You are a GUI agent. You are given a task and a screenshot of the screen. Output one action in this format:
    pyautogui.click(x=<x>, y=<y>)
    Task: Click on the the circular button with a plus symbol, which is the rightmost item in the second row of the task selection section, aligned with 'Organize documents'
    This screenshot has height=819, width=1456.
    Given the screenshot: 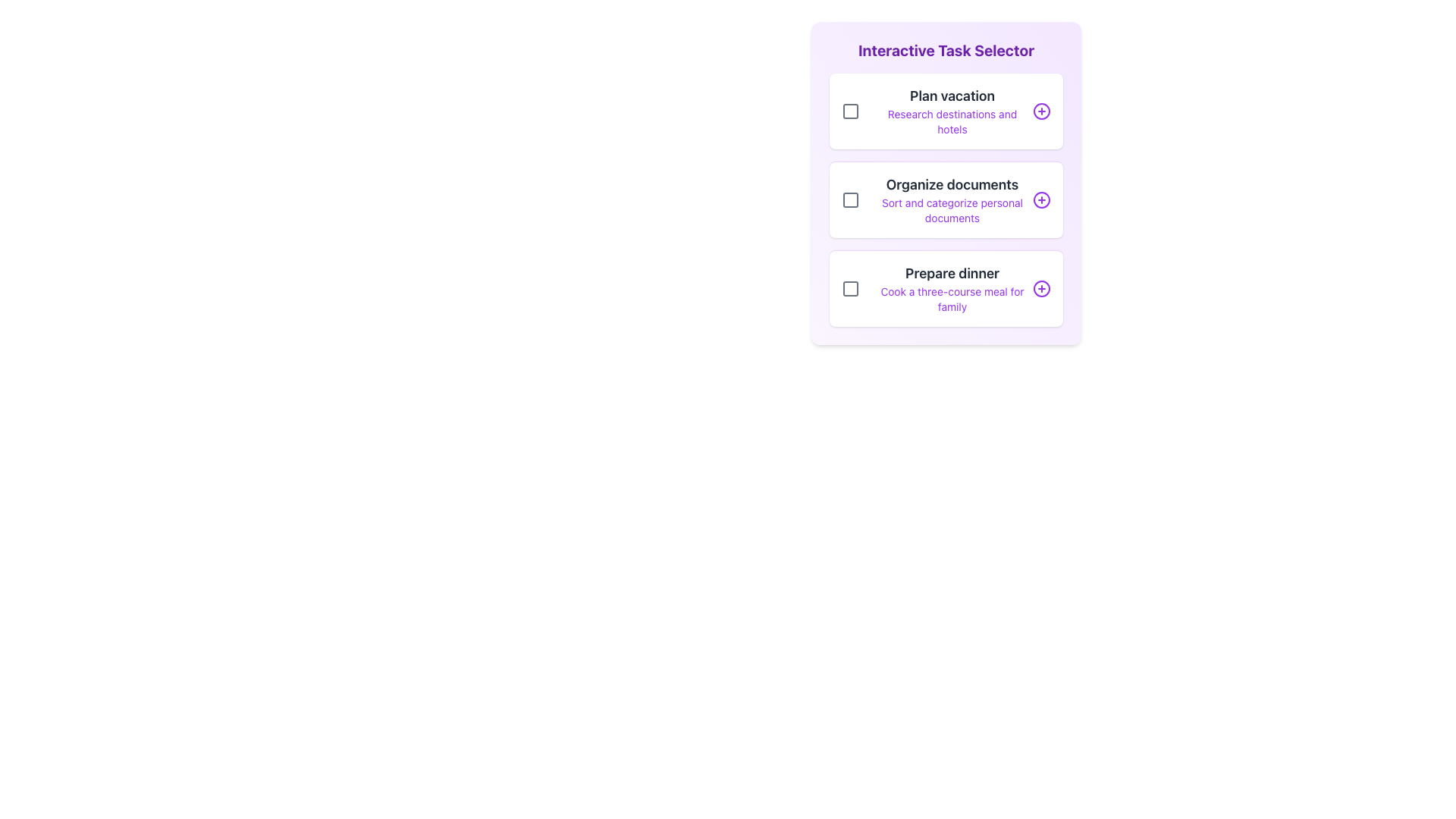 What is the action you would take?
    pyautogui.click(x=1040, y=199)
    